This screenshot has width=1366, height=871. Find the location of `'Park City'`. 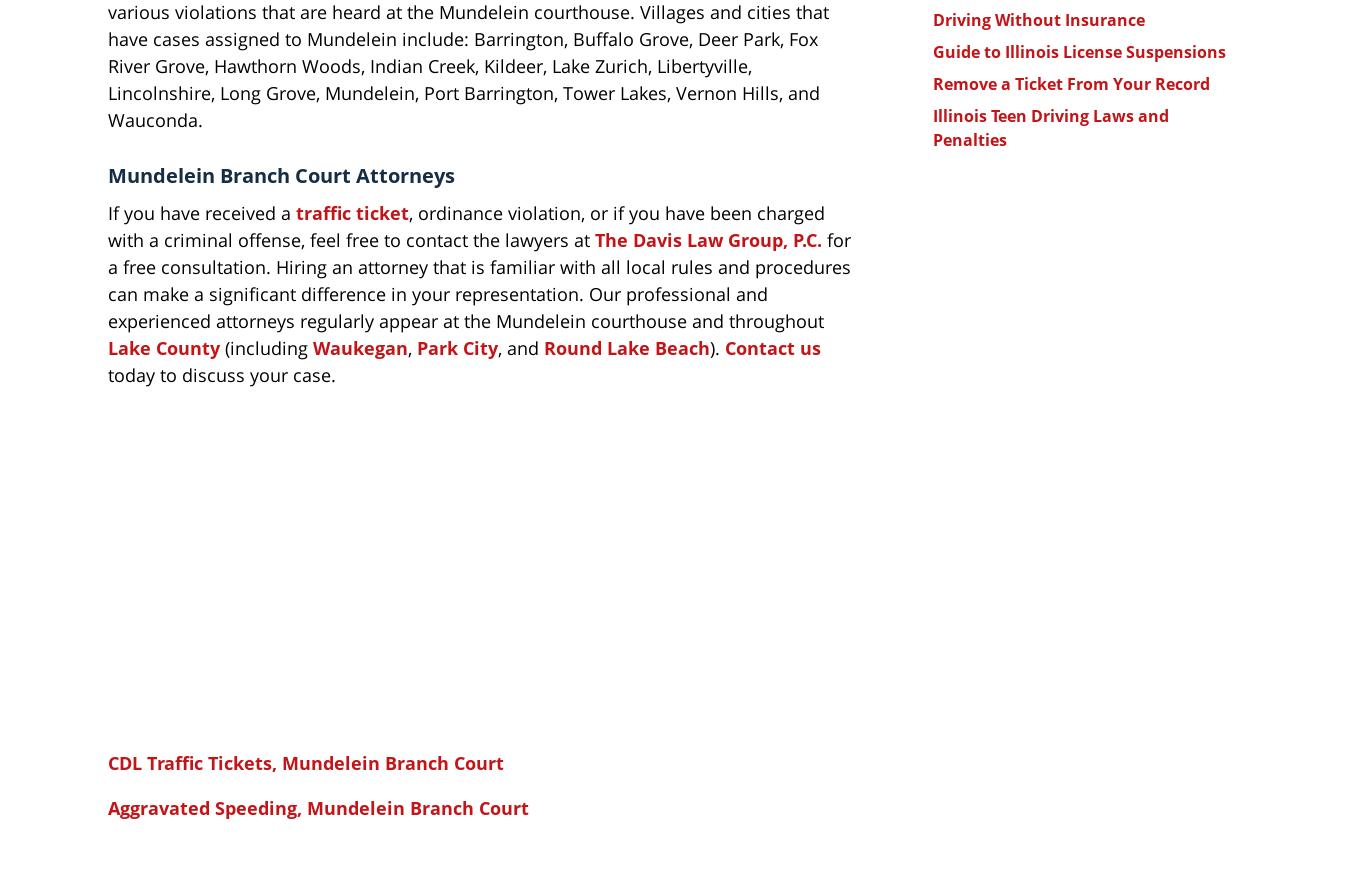

'Park City' is located at coordinates (457, 346).